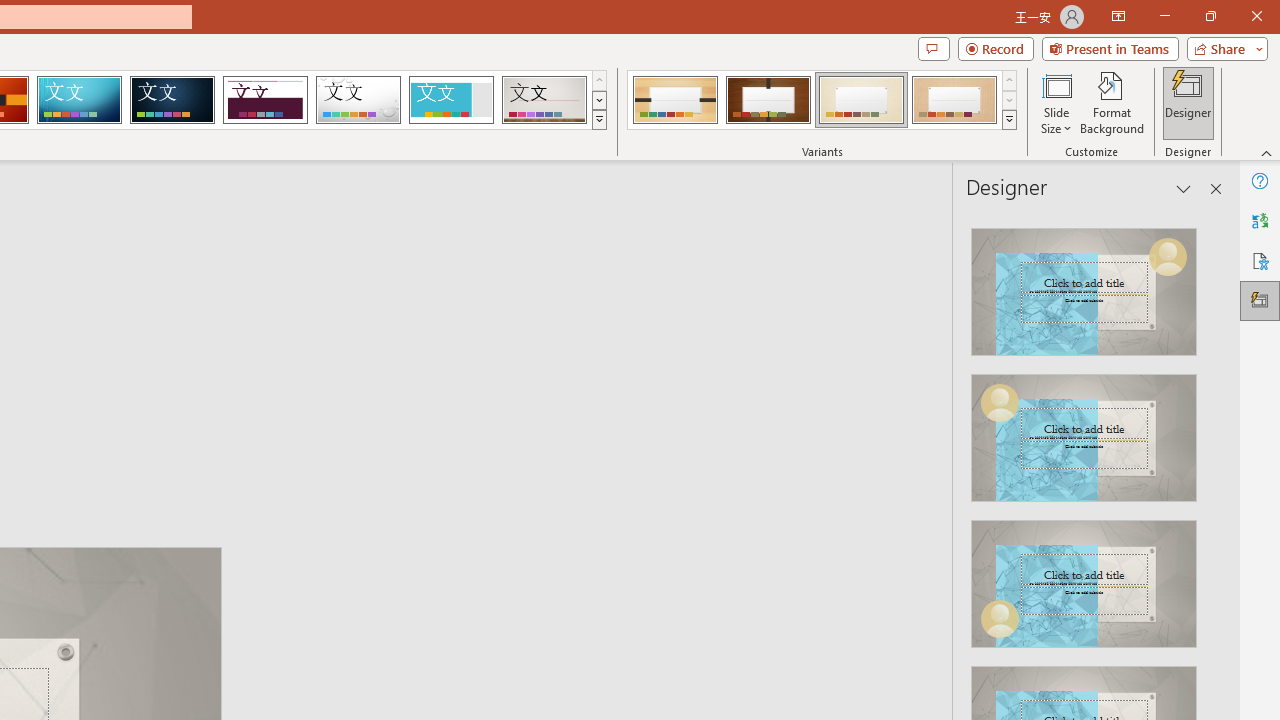 The image size is (1280, 720). Describe the element at coordinates (1009, 120) in the screenshot. I see `'Variants'` at that location.